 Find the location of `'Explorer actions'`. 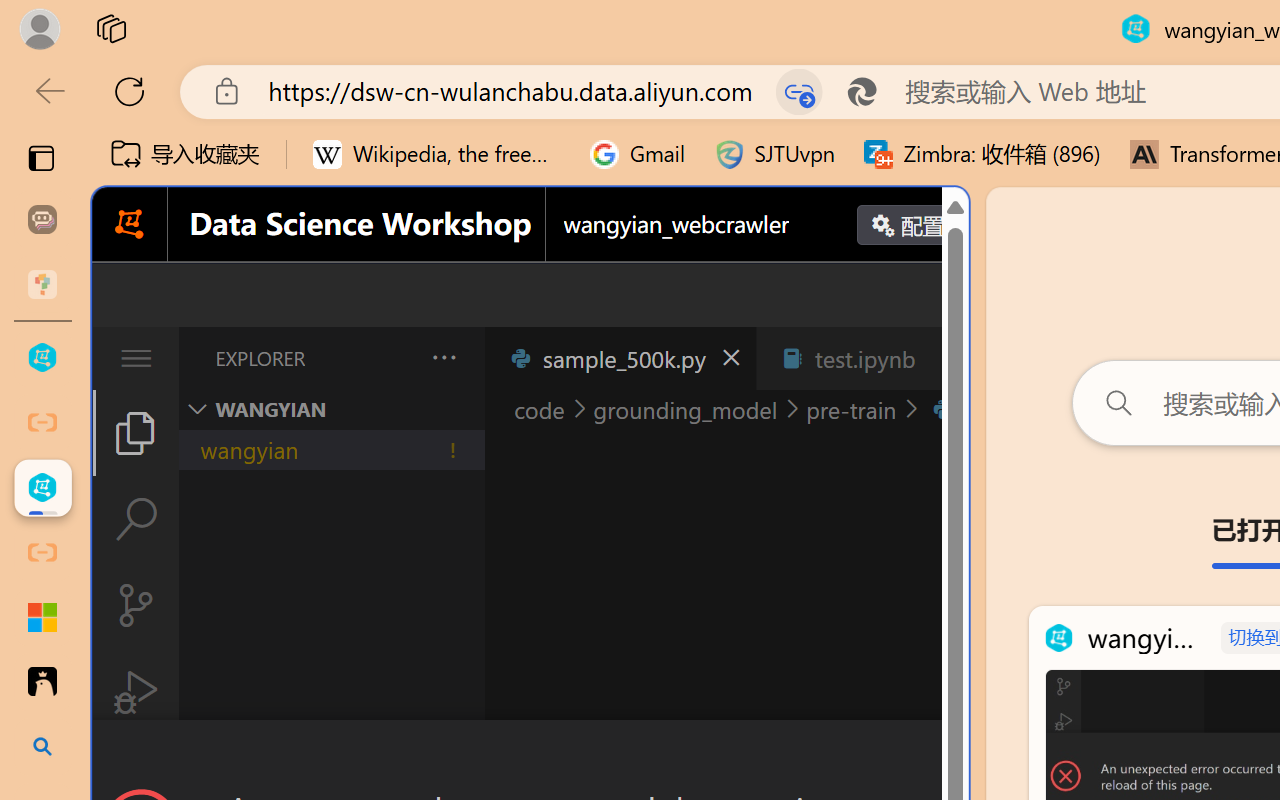

'Explorer actions' is located at coordinates (391, 358).